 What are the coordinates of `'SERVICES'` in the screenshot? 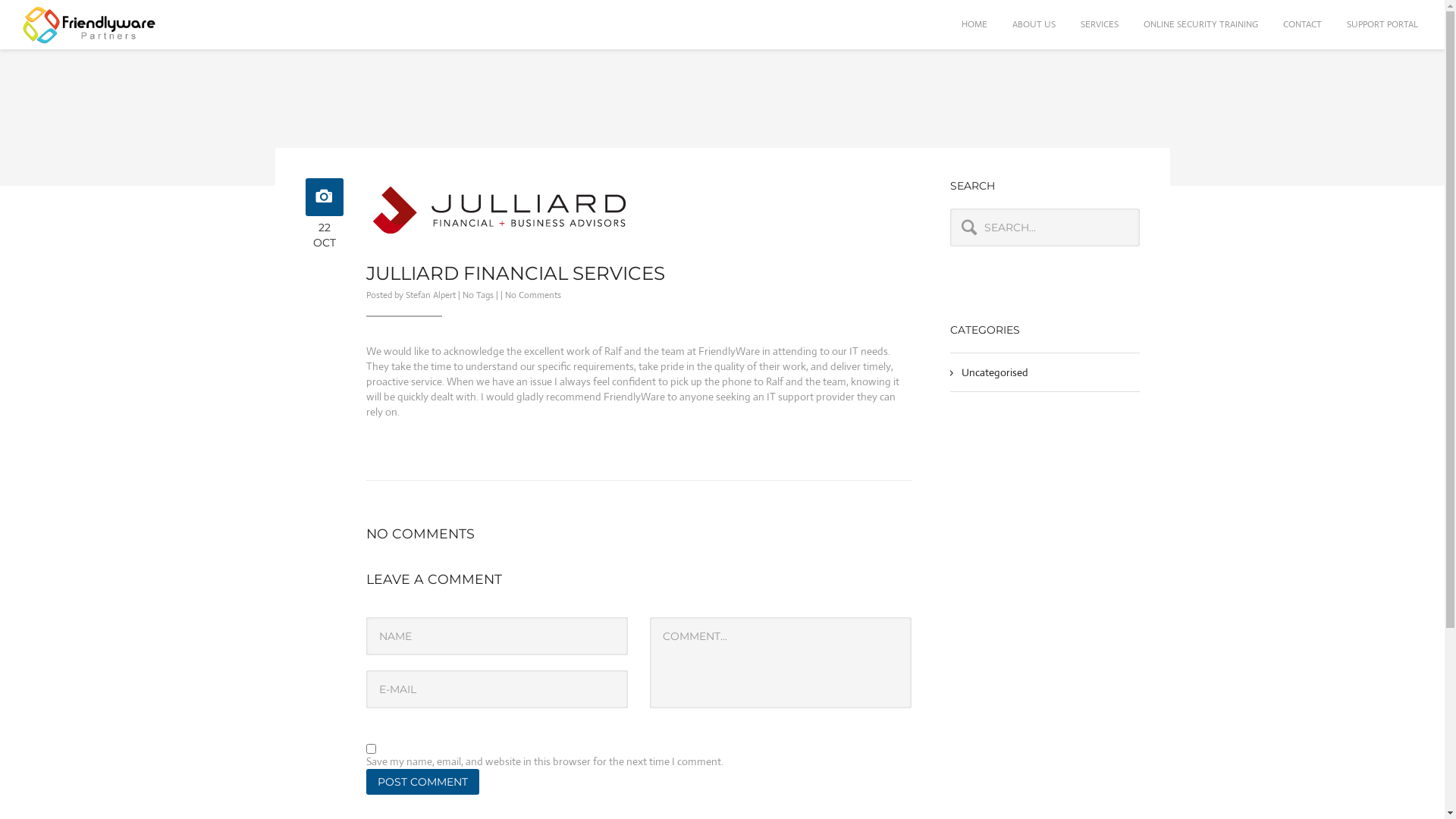 It's located at (1068, 24).